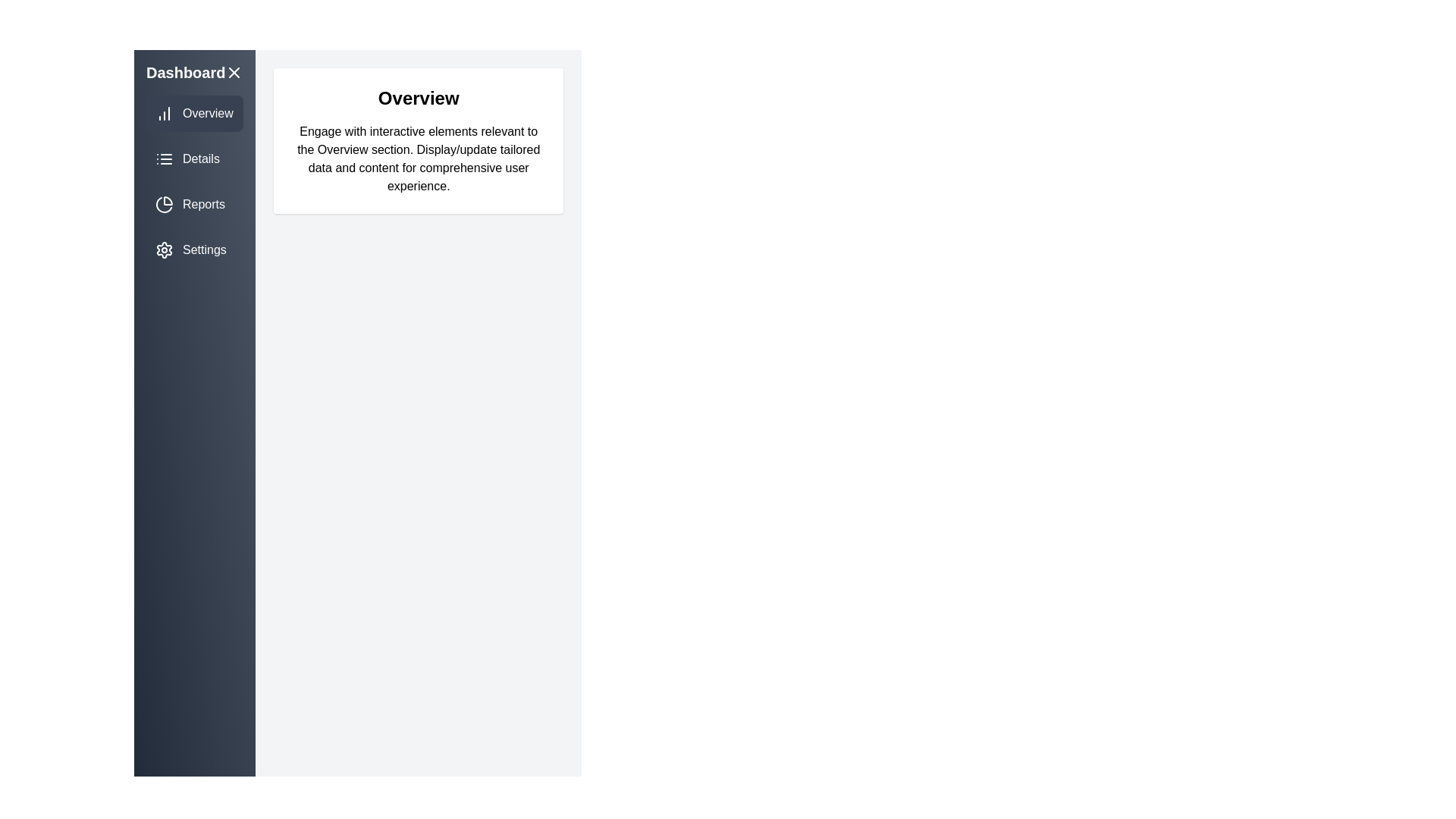 The height and width of the screenshot is (819, 1456). I want to click on the Details section in the sidebar menu, so click(194, 158).